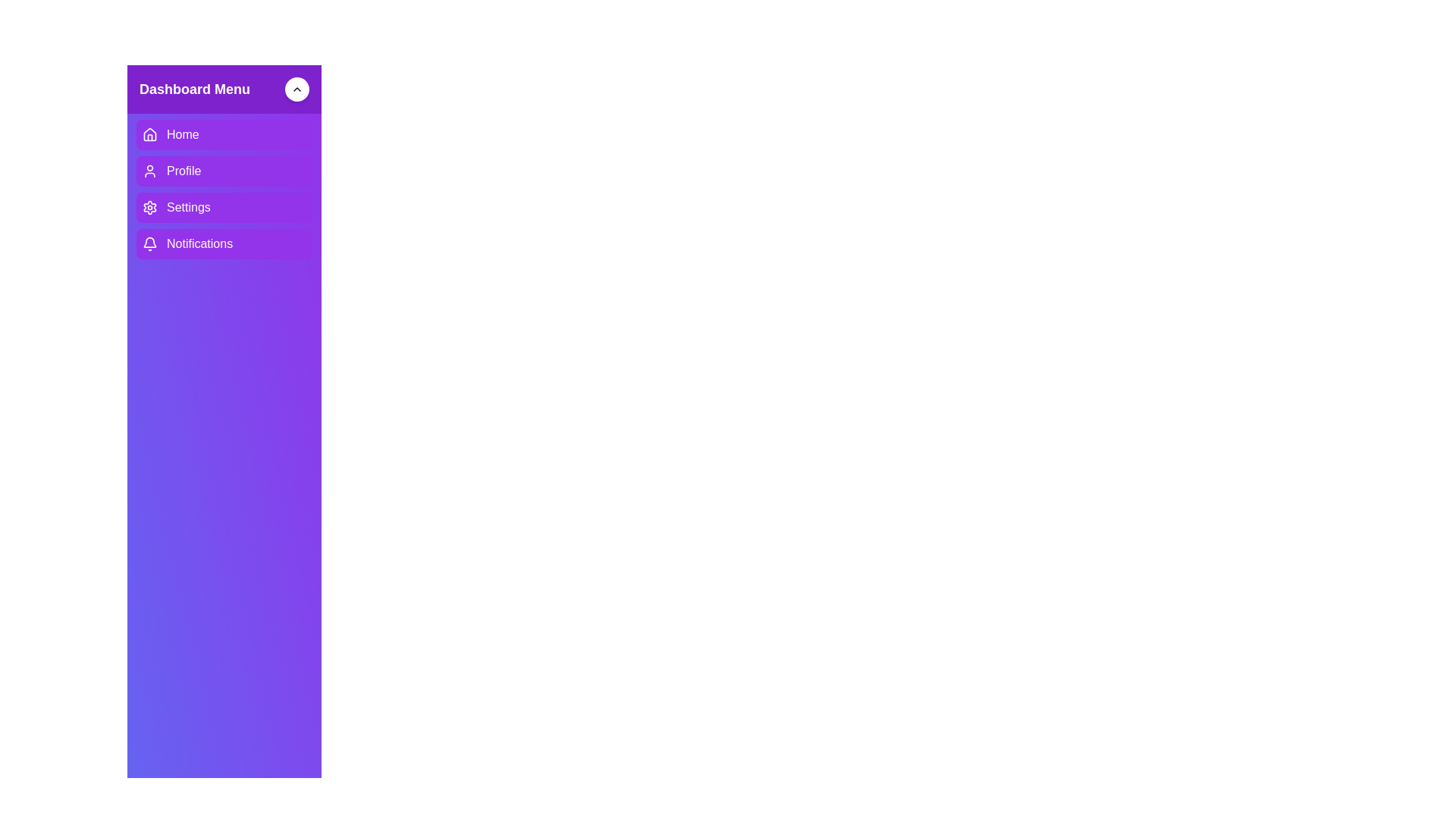  What do you see at coordinates (199, 243) in the screenshot?
I see `the text label for the notifications section located at the bottom of the vertical menu list on the left-hand side` at bounding box center [199, 243].